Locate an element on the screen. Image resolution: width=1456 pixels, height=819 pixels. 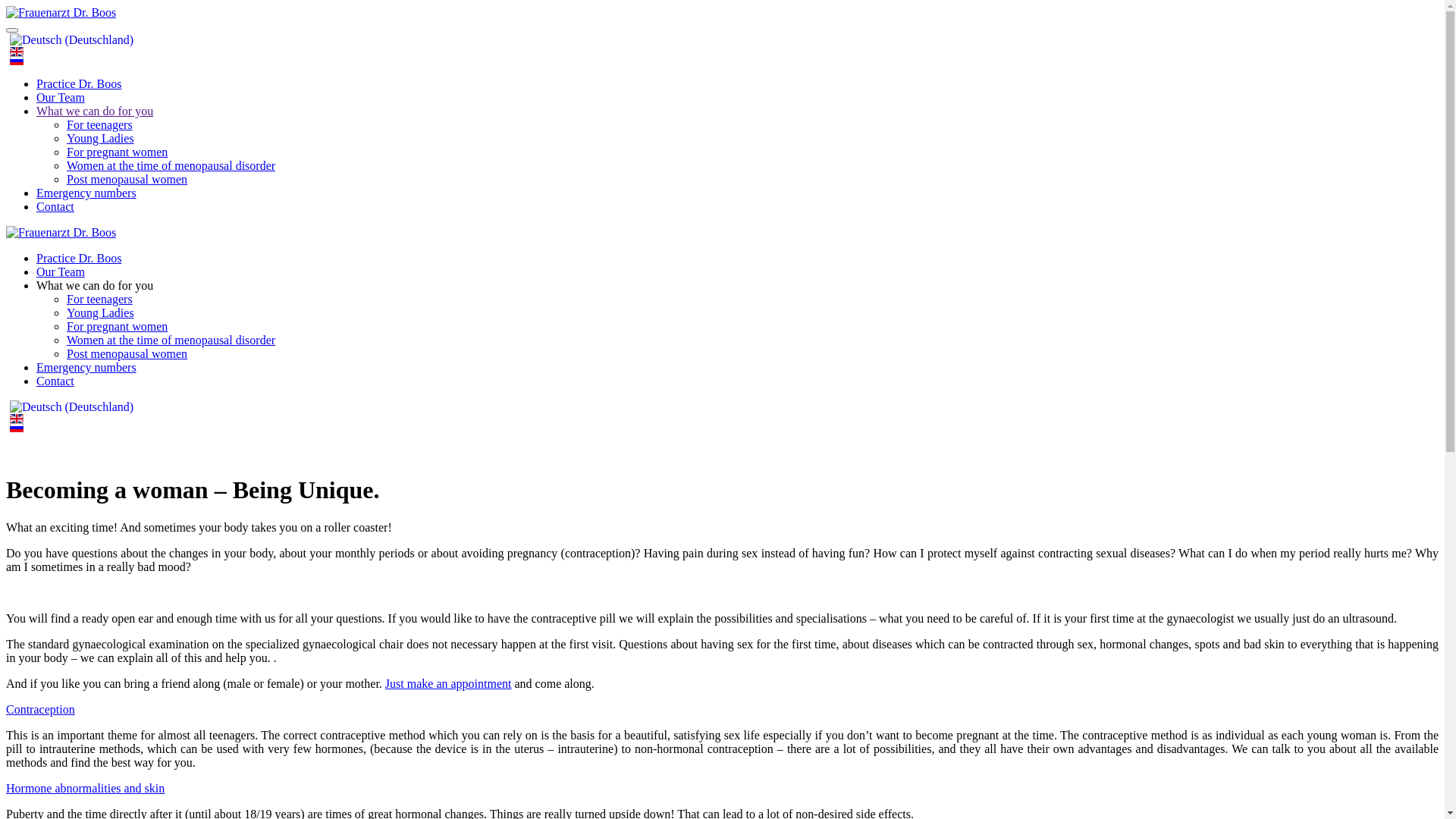
'Our Team' is located at coordinates (61, 97).